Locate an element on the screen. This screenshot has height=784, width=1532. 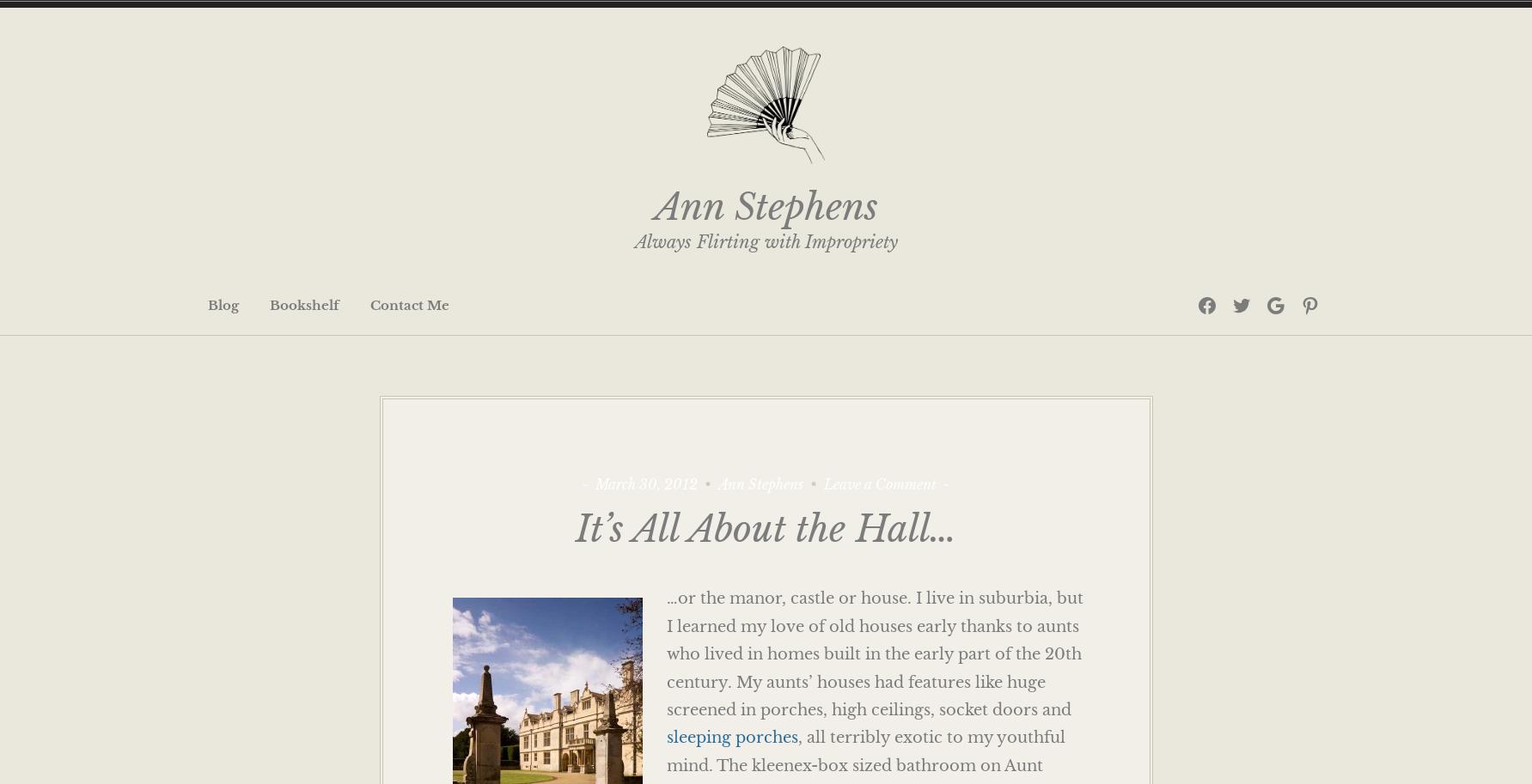
'Blog' is located at coordinates (223, 305).